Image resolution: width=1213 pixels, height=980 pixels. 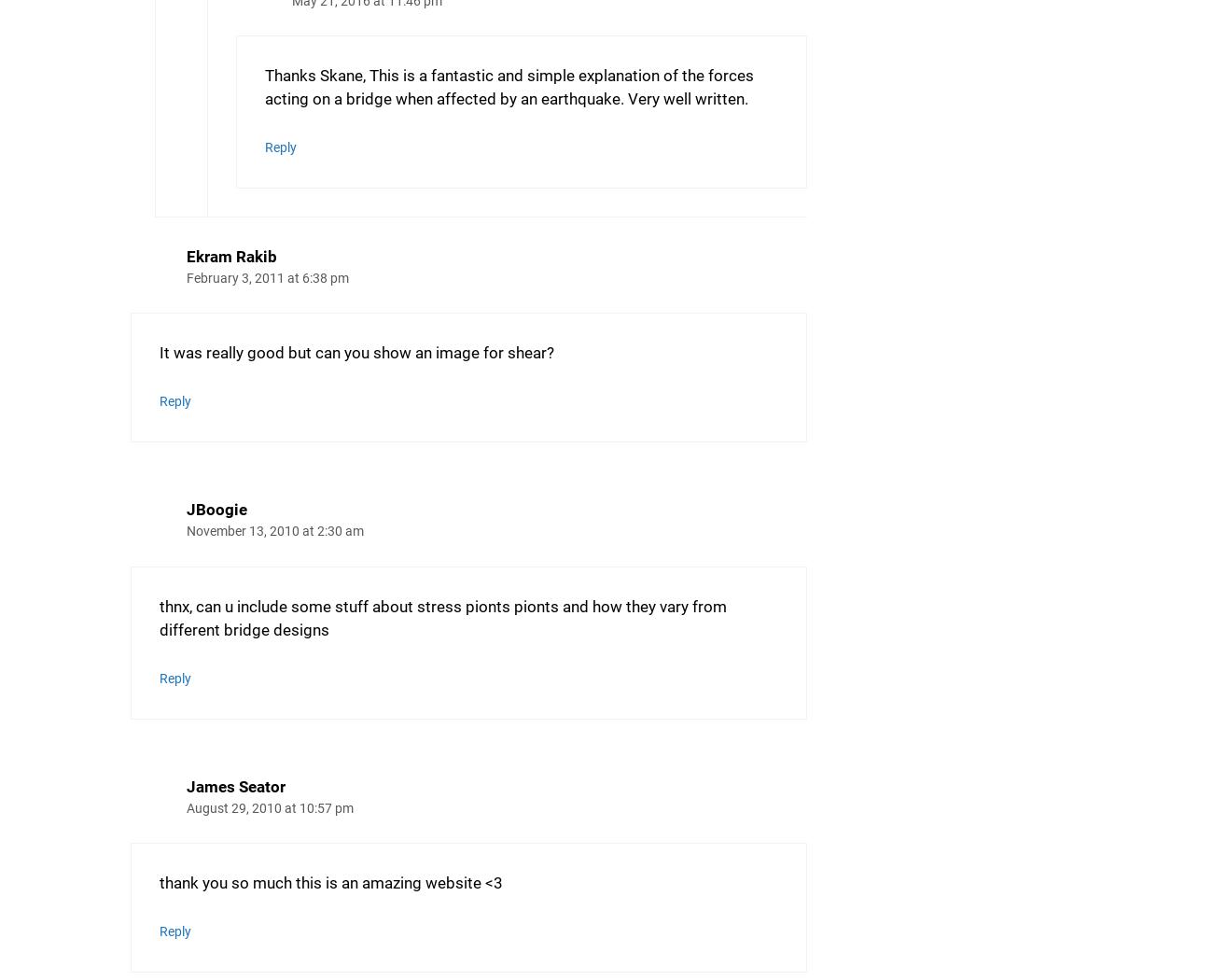 What do you see at coordinates (230, 255) in the screenshot?
I see `'Ekram Rakib'` at bounding box center [230, 255].